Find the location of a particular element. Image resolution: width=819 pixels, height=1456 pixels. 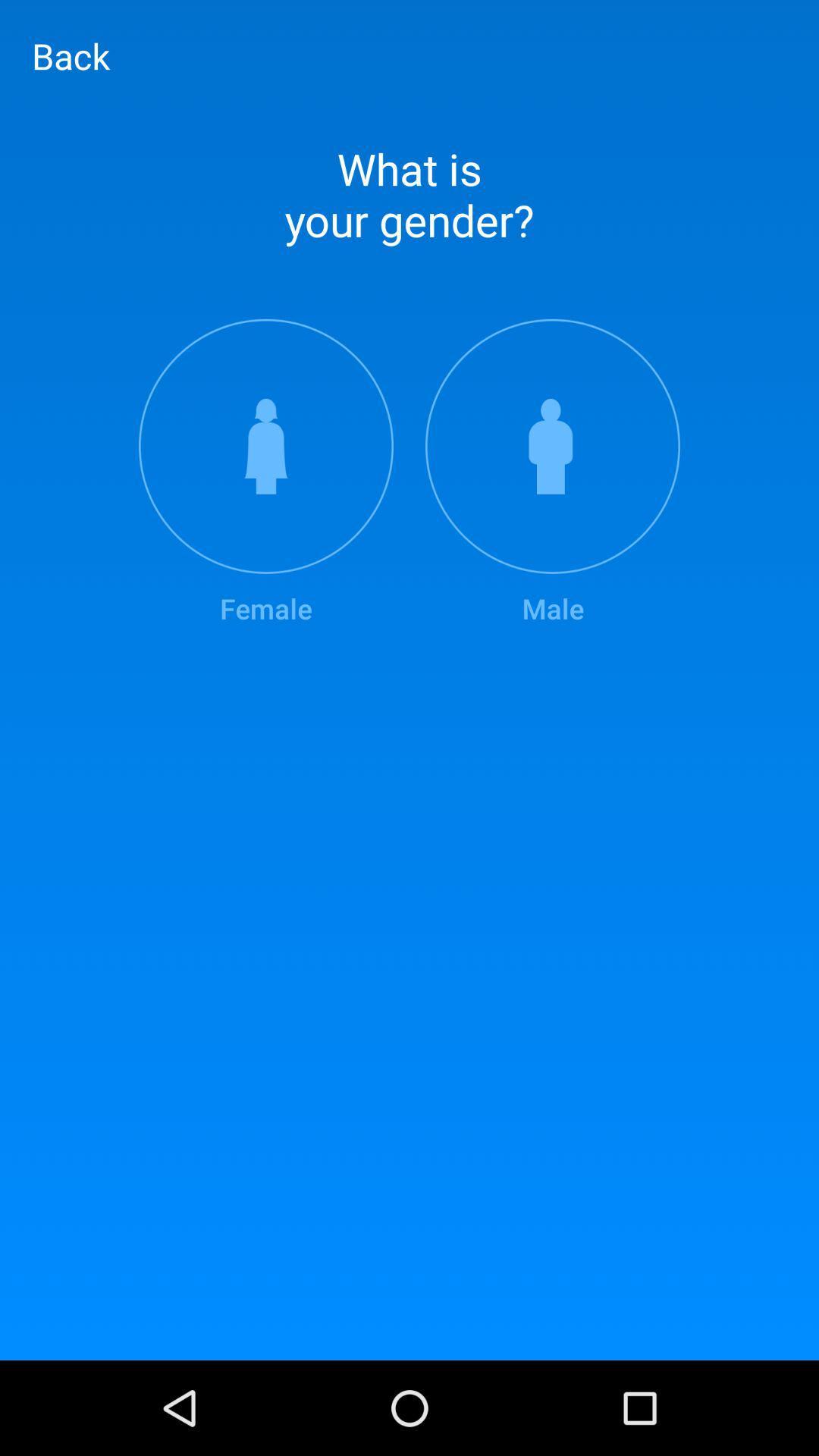

back is located at coordinates (71, 55).